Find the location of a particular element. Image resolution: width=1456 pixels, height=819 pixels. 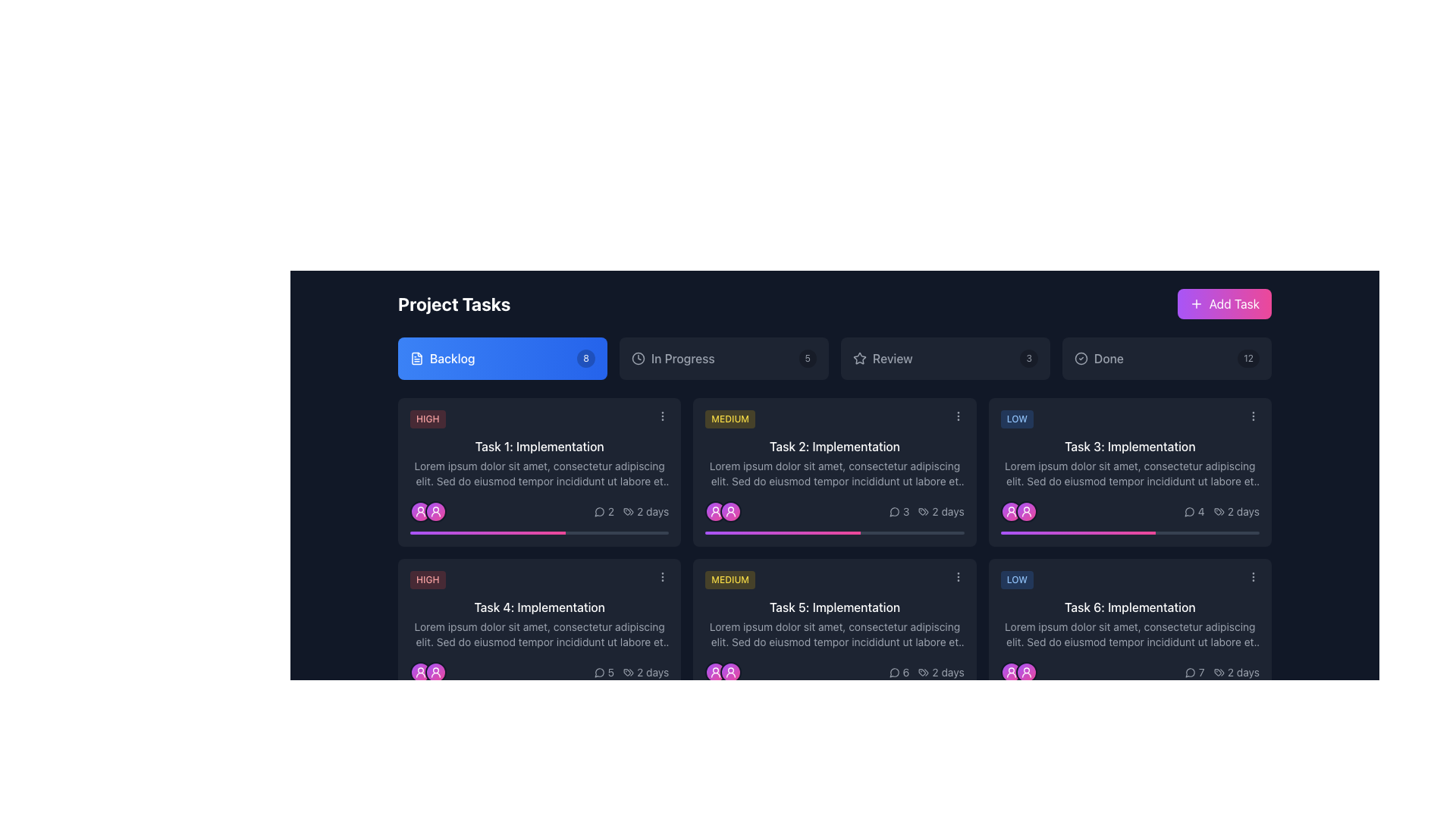

the small document icon located in the upper-left section of the interface, to the left of the 'Backlog' label in the 'Project Tasks' area is located at coordinates (417, 359).